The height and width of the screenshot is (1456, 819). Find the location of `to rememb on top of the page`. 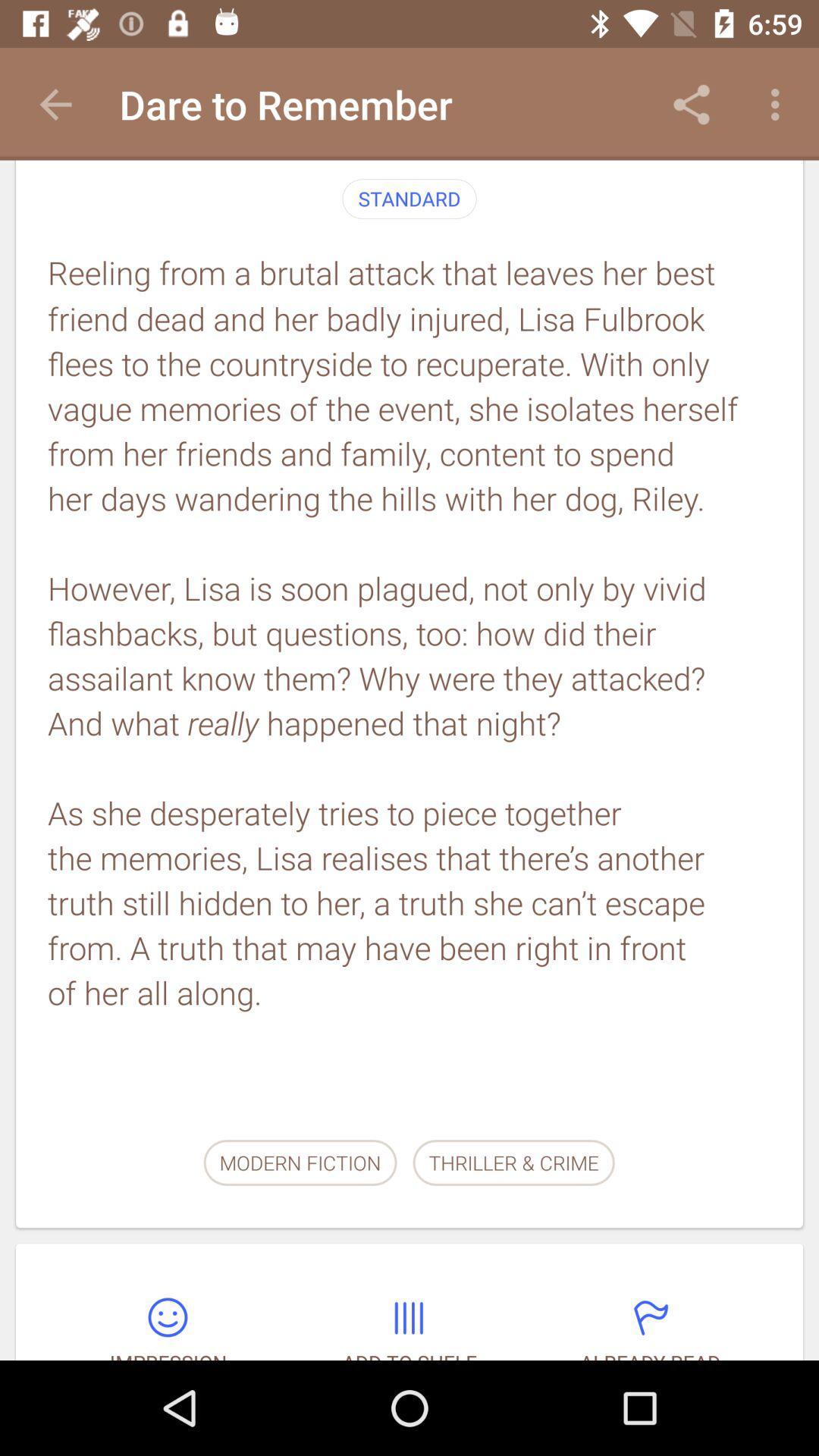

to rememb on top of the page is located at coordinates (307, 93).